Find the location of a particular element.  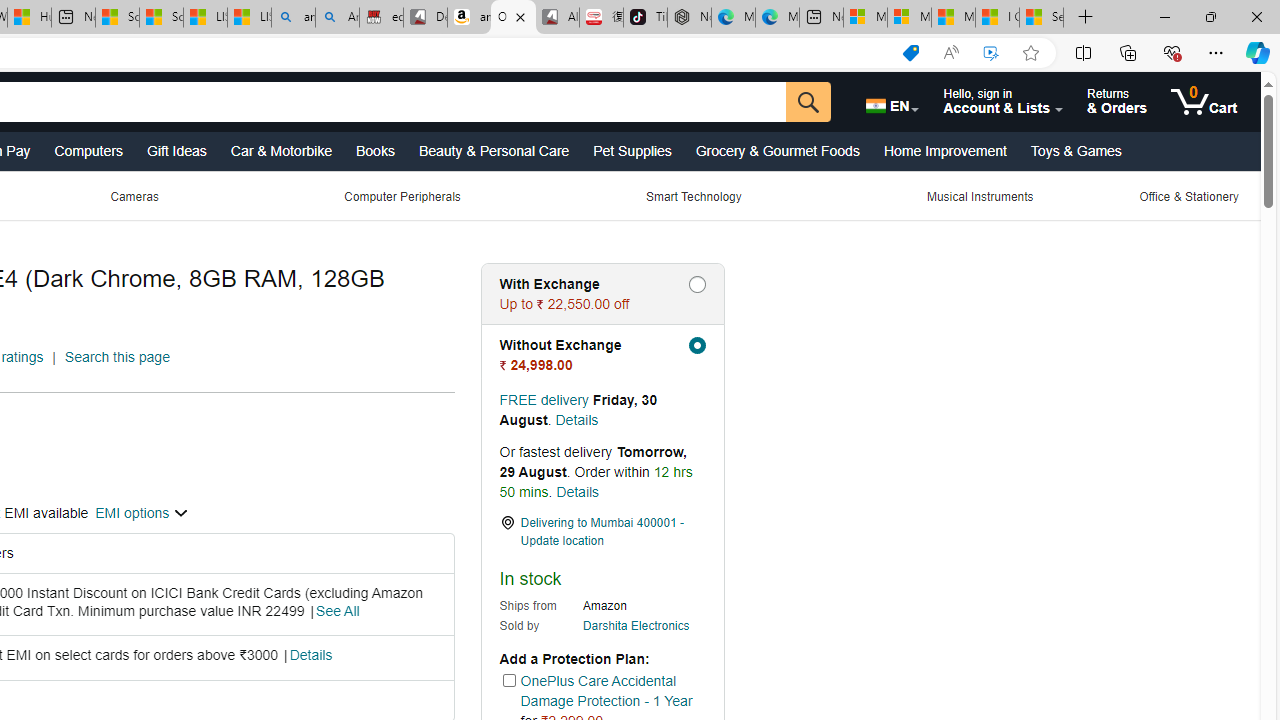

'Go' is located at coordinates (808, 101).